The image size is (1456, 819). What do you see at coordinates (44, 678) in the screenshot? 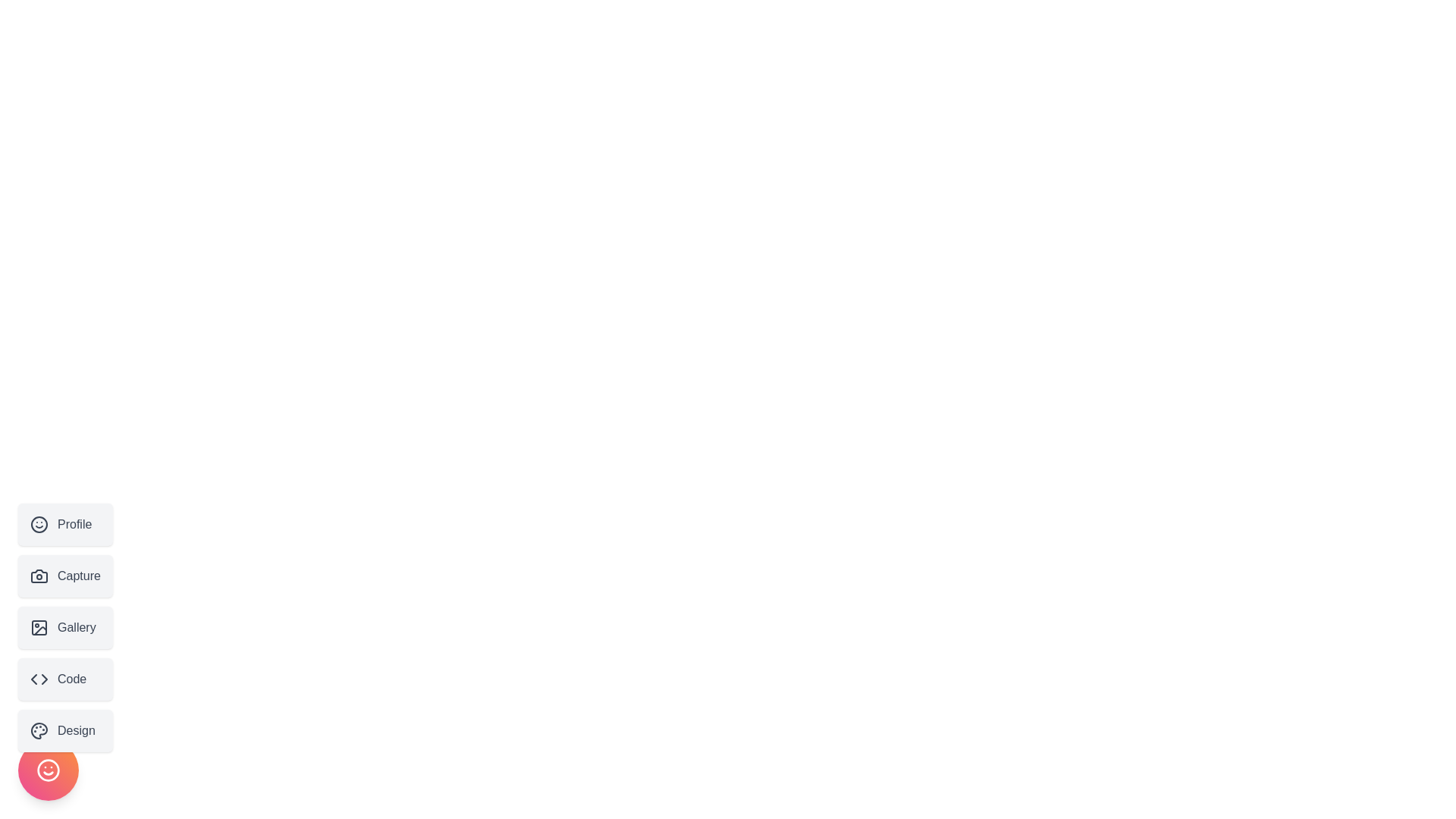
I see `the right-pointing arrowhead SVG element located within the 'Code' button, indicating directional guidance` at bounding box center [44, 678].